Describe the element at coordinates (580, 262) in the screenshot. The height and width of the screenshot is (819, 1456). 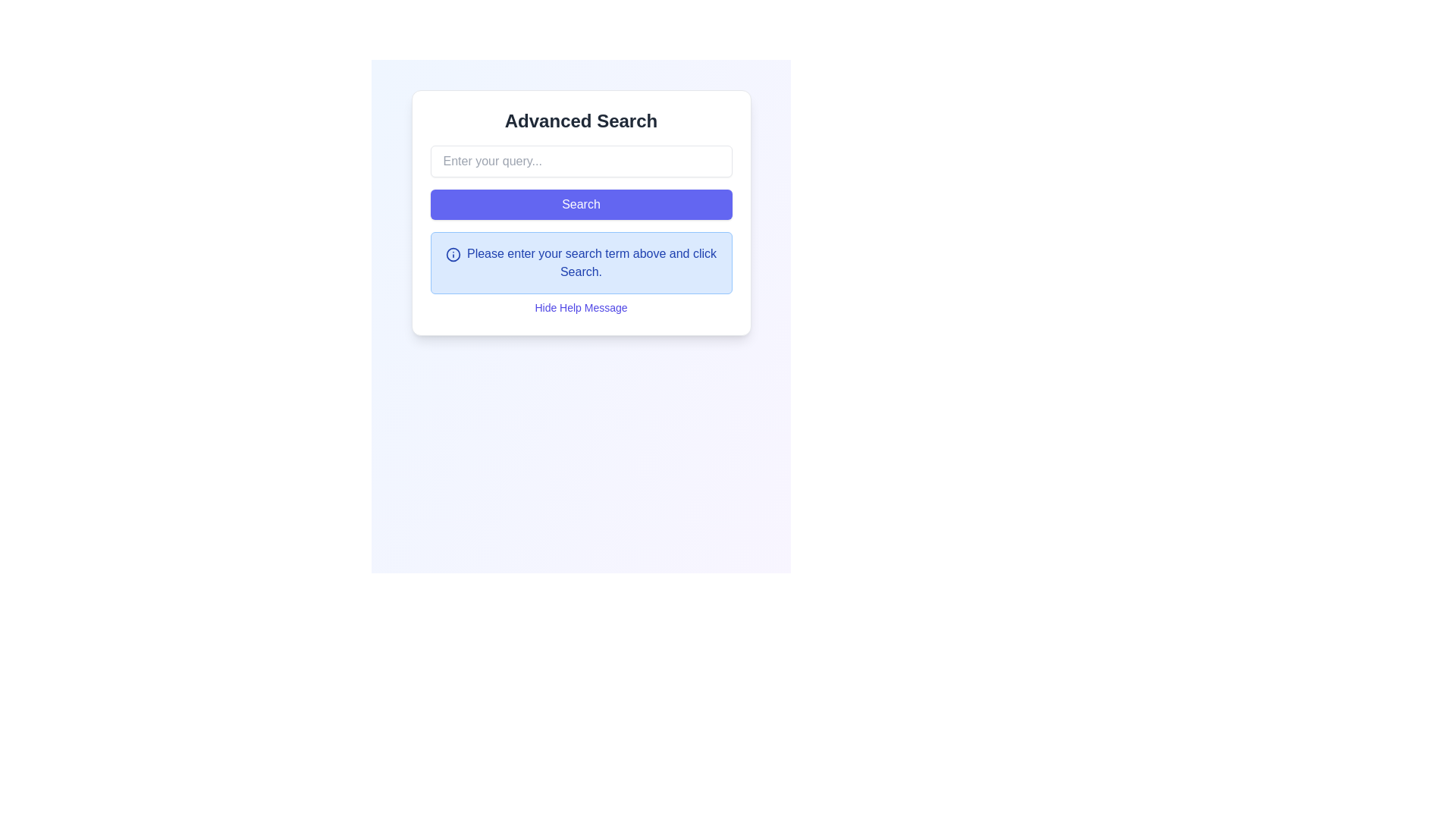
I see `the Instructional Text Box located in the 'Advanced Search' card, which provides guidance for the search operation` at that location.